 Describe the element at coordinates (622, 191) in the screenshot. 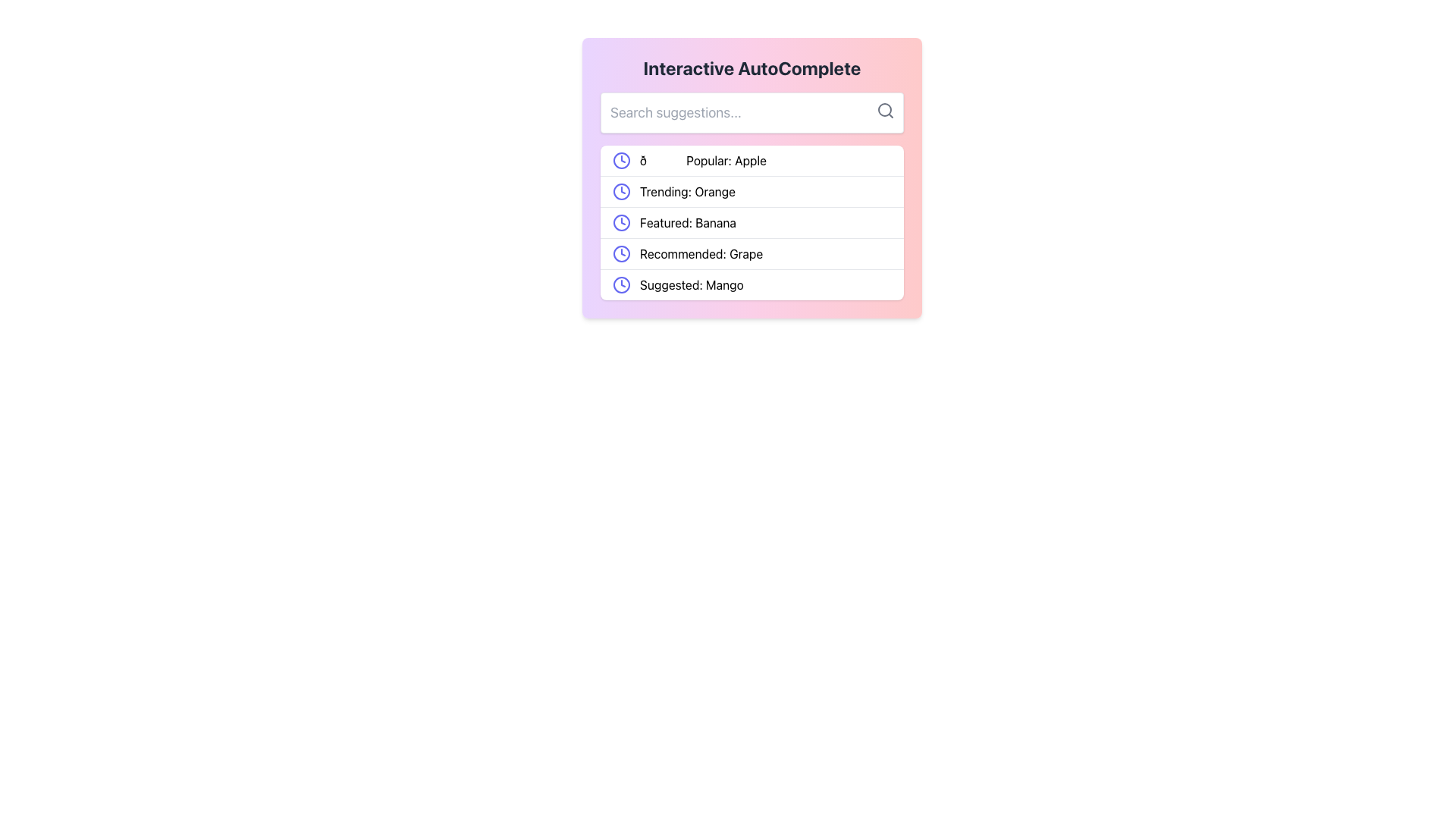

I see `the clock icon styled with a circular outline and clock hands, located in the suggestion list under 'Trending: Orange'` at that location.